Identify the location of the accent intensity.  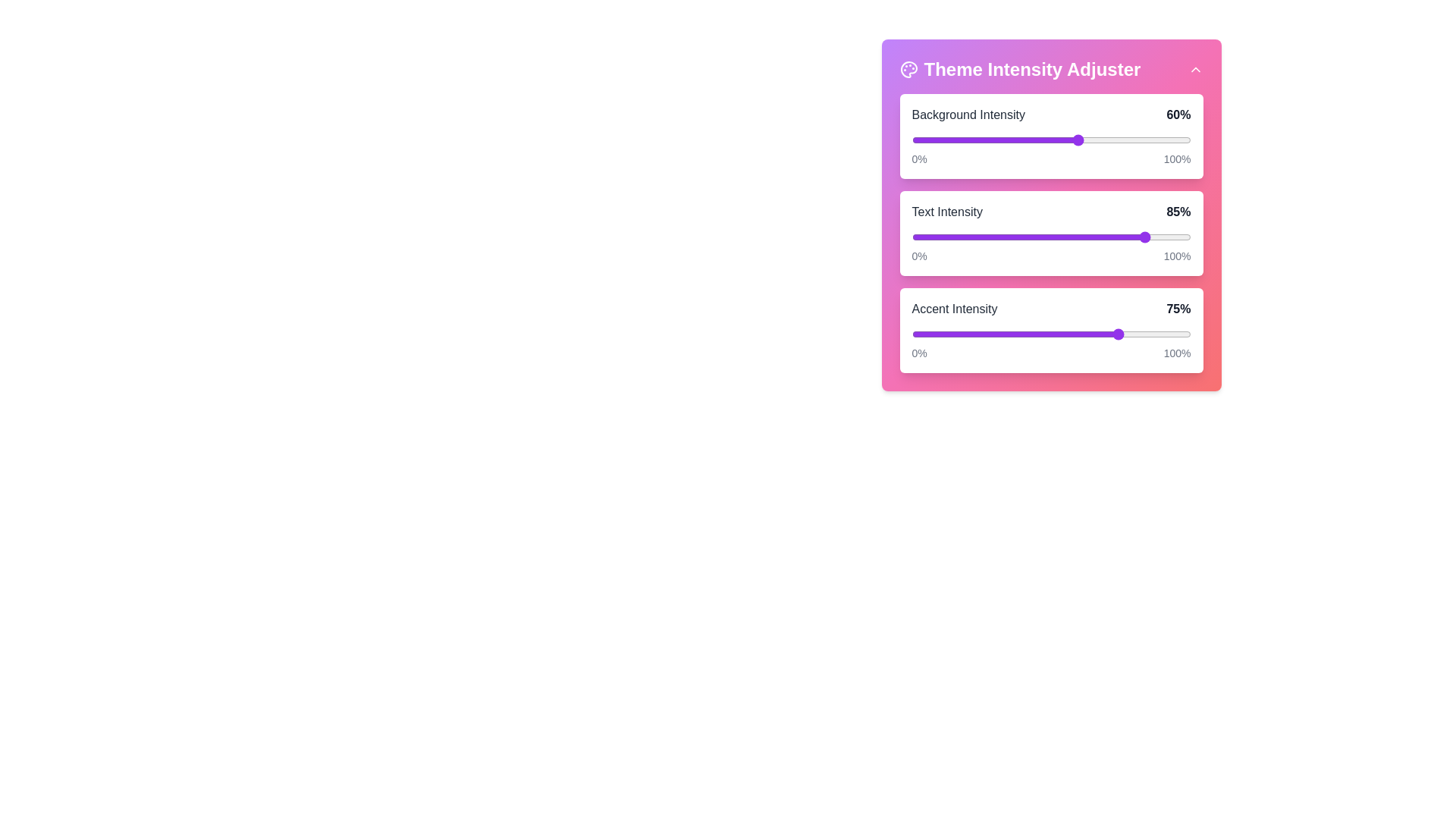
(916, 333).